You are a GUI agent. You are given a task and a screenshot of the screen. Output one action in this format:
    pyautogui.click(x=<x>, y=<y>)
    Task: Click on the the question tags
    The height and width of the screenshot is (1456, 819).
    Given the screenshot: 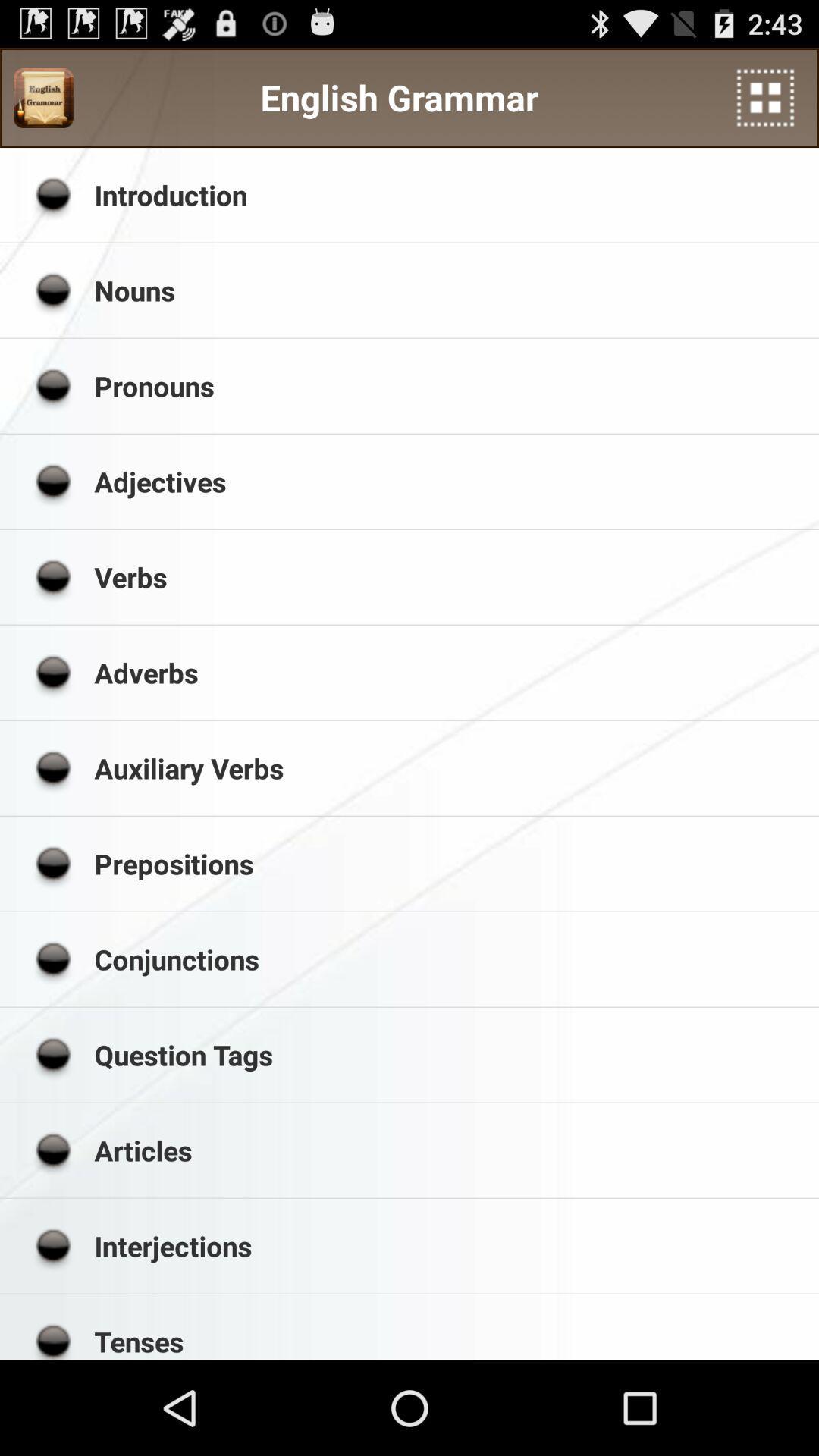 What is the action you would take?
    pyautogui.click(x=450, y=1054)
    